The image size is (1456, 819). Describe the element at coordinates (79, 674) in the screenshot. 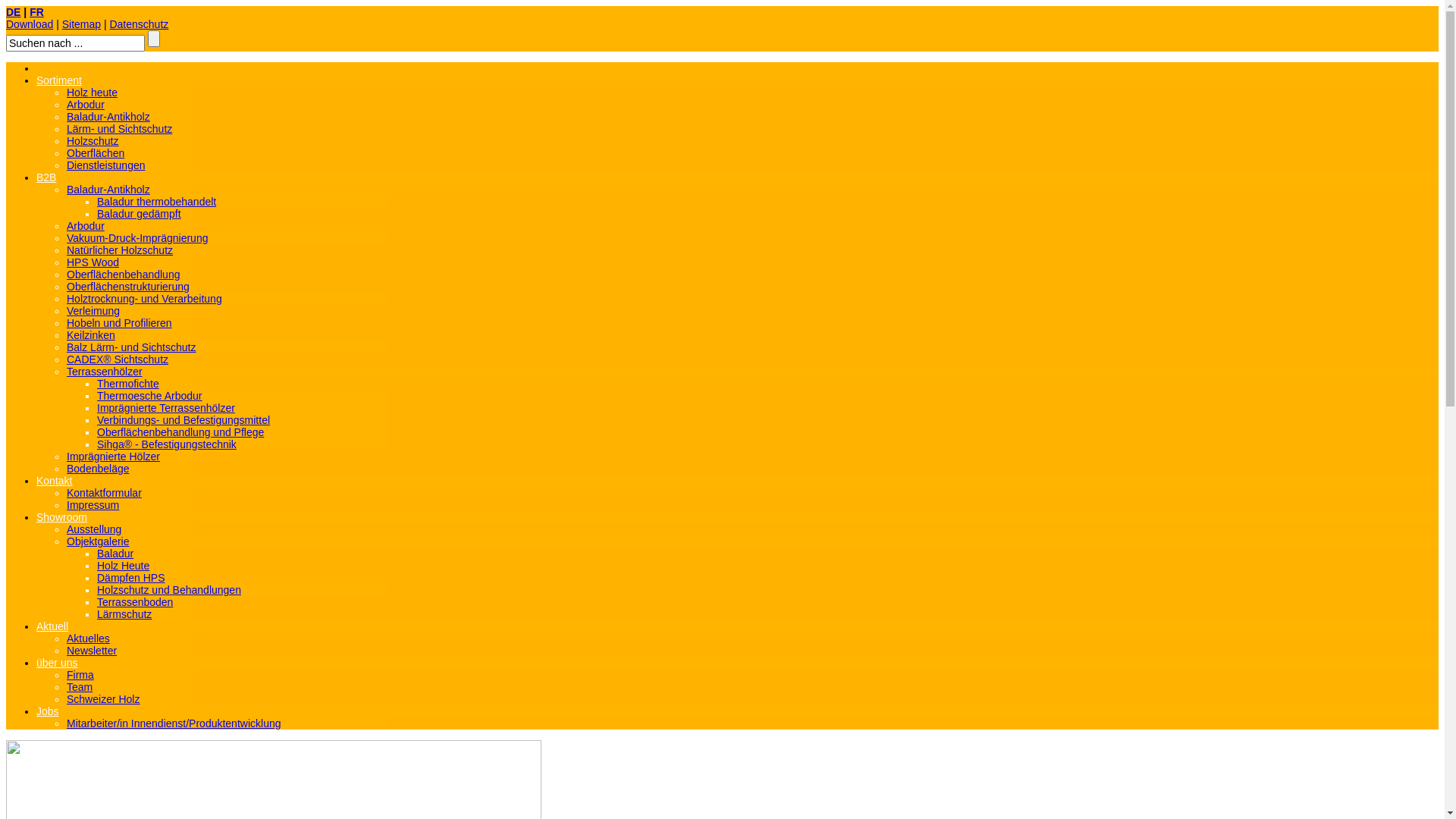

I see `'Firma'` at that location.